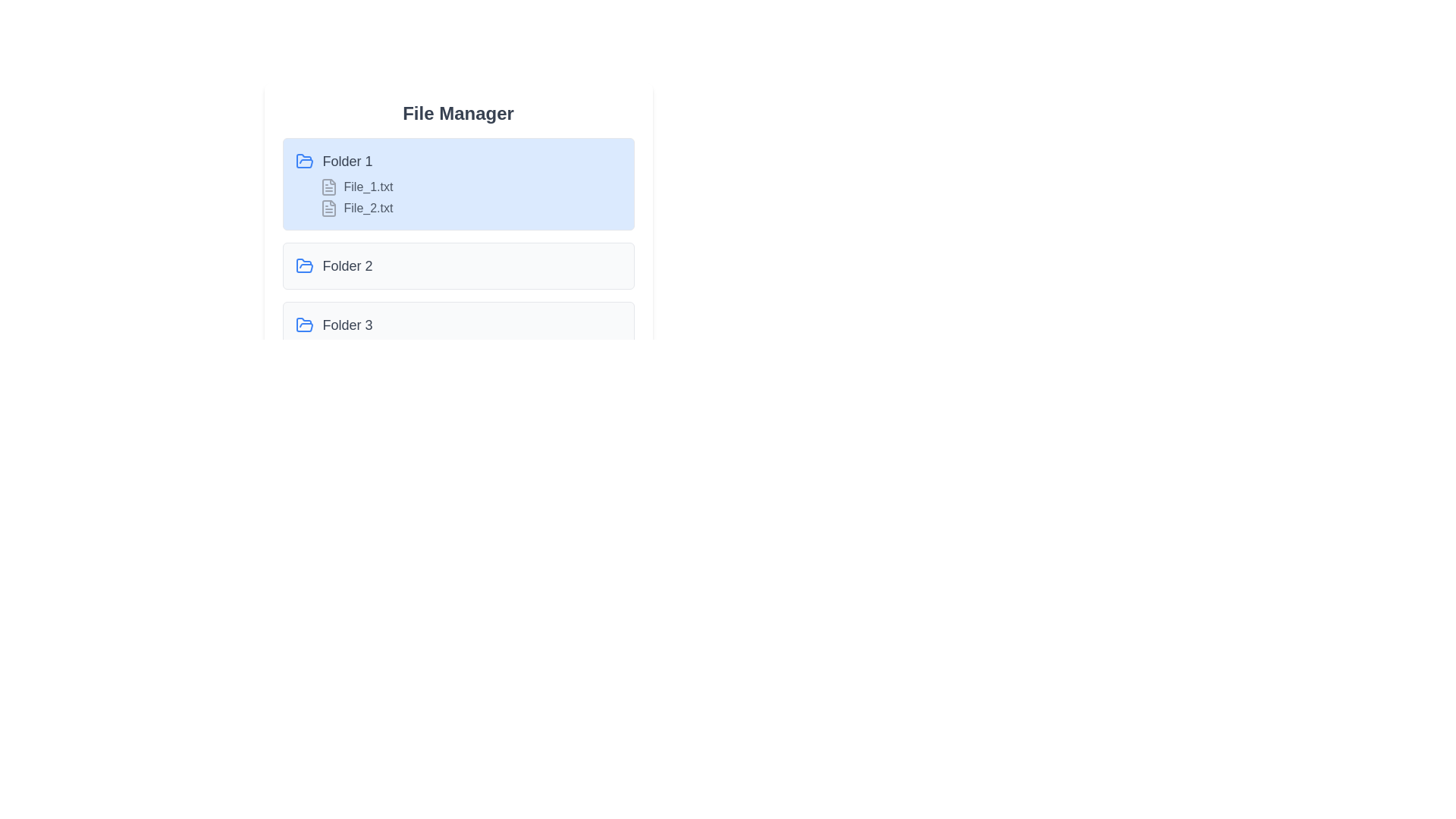  I want to click on the text label 'Folder 2', which is styled in medium-weight gray font and presented in a large size, located within the second item in a list of folders to the right of the folder icon, so click(347, 265).